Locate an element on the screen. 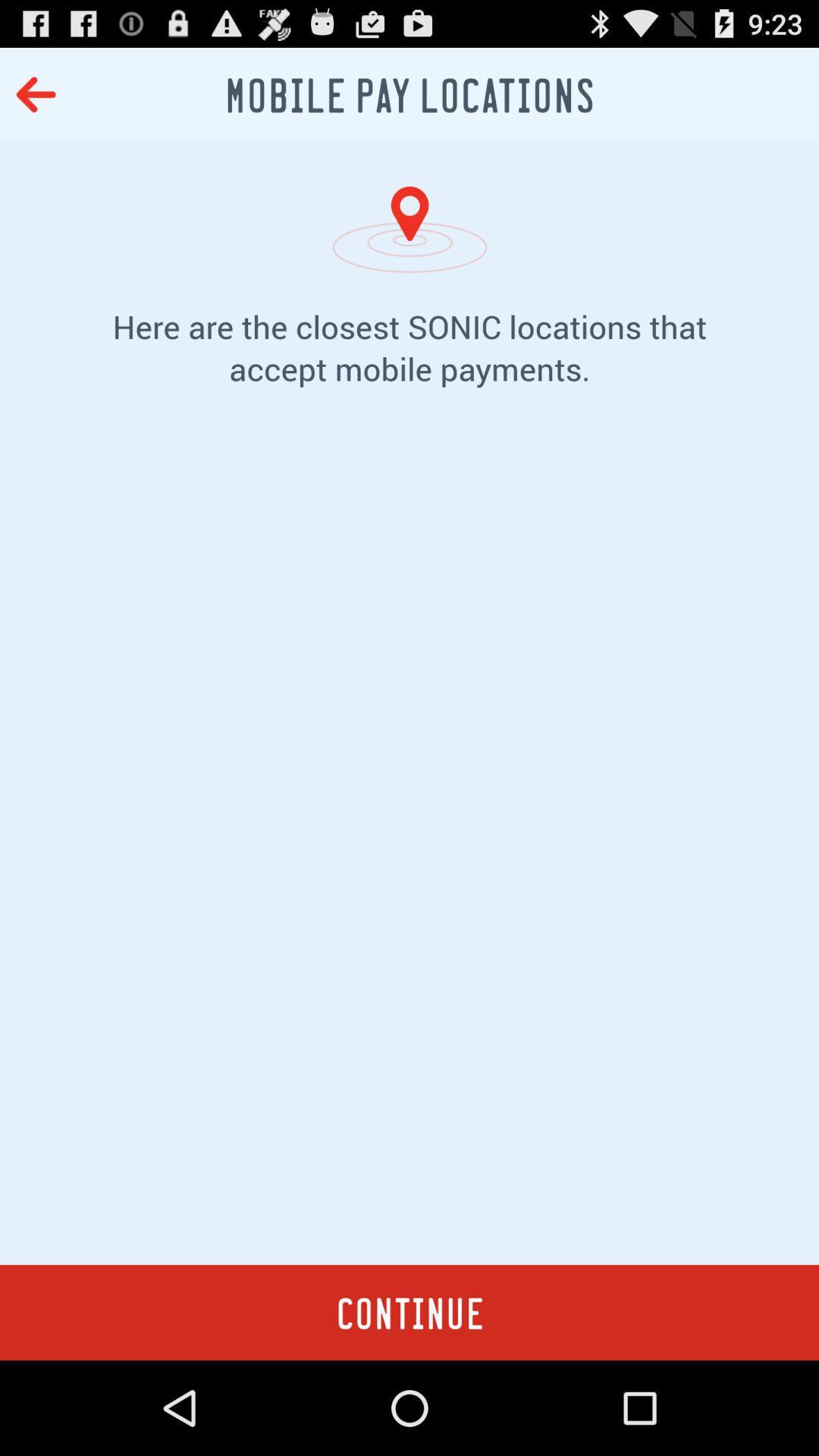 Image resolution: width=819 pixels, height=1456 pixels. item at the bottom is located at coordinates (409, 1312).